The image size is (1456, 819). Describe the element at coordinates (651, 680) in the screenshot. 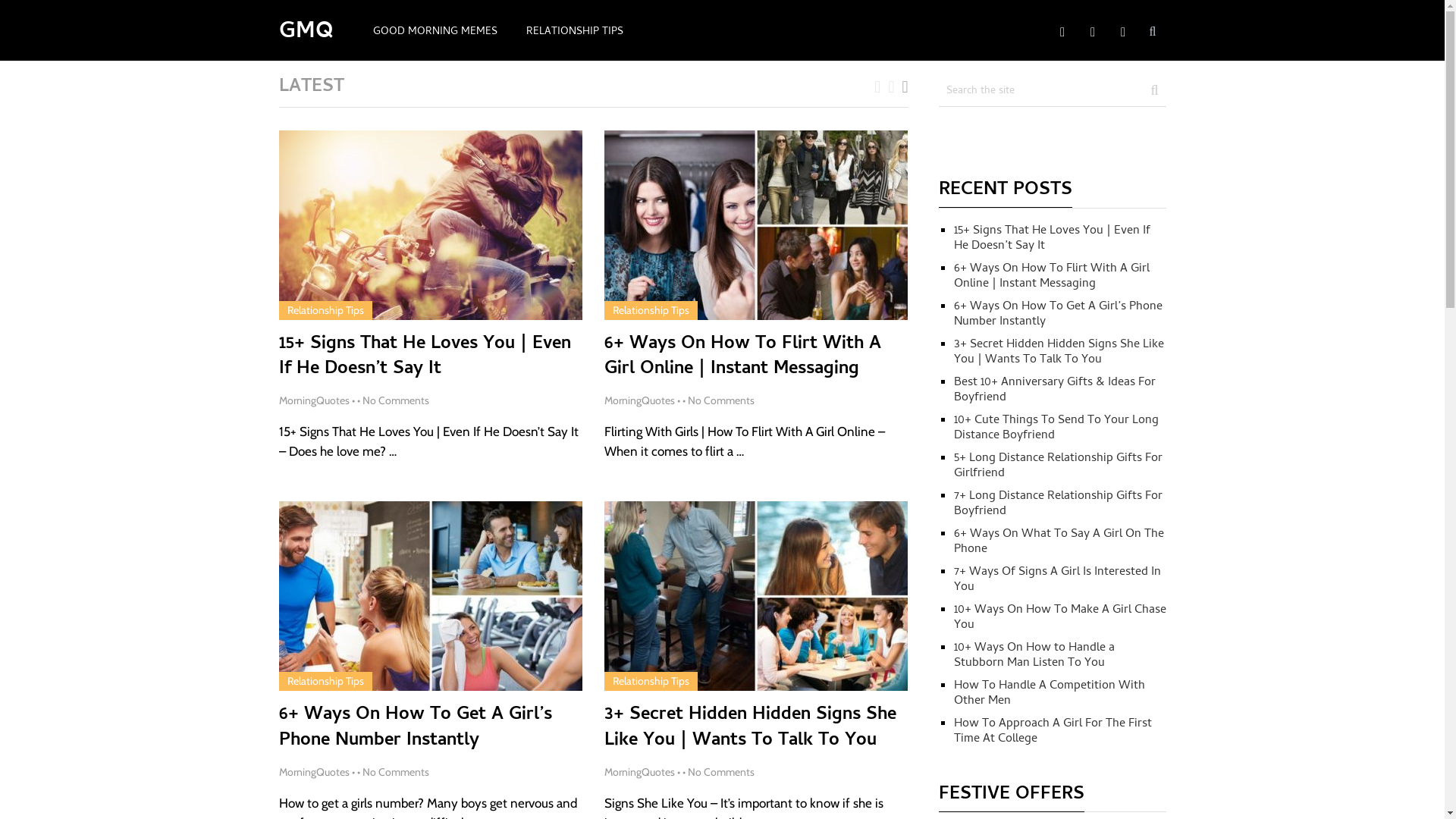

I see `'Relationship Tips'` at that location.